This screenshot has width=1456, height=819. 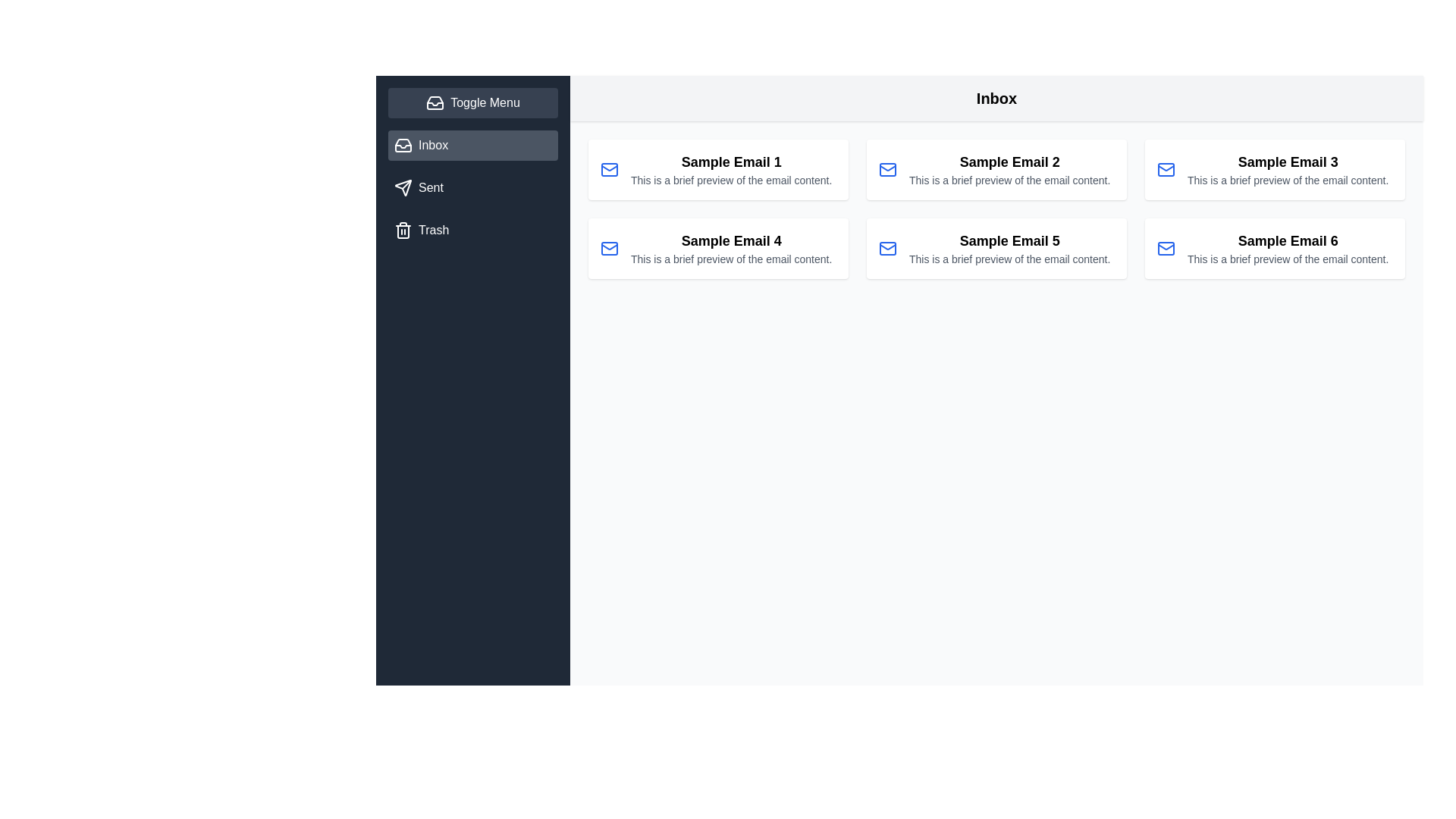 I want to click on the text element displaying 'Sample Email 6' to select the word, which is, so click(x=1287, y=240).